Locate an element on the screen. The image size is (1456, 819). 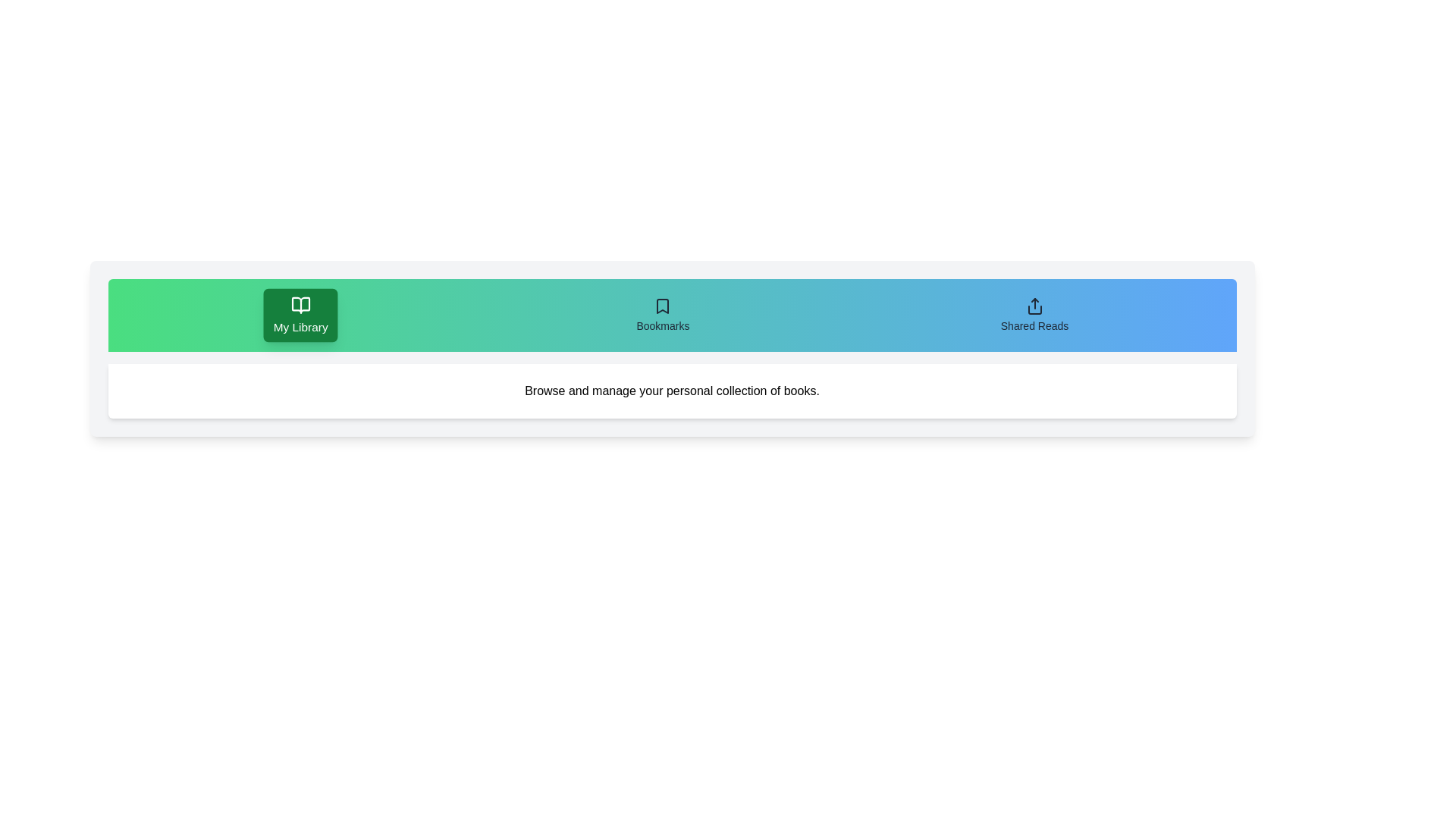
the tab labeled Bookmarks is located at coordinates (663, 315).